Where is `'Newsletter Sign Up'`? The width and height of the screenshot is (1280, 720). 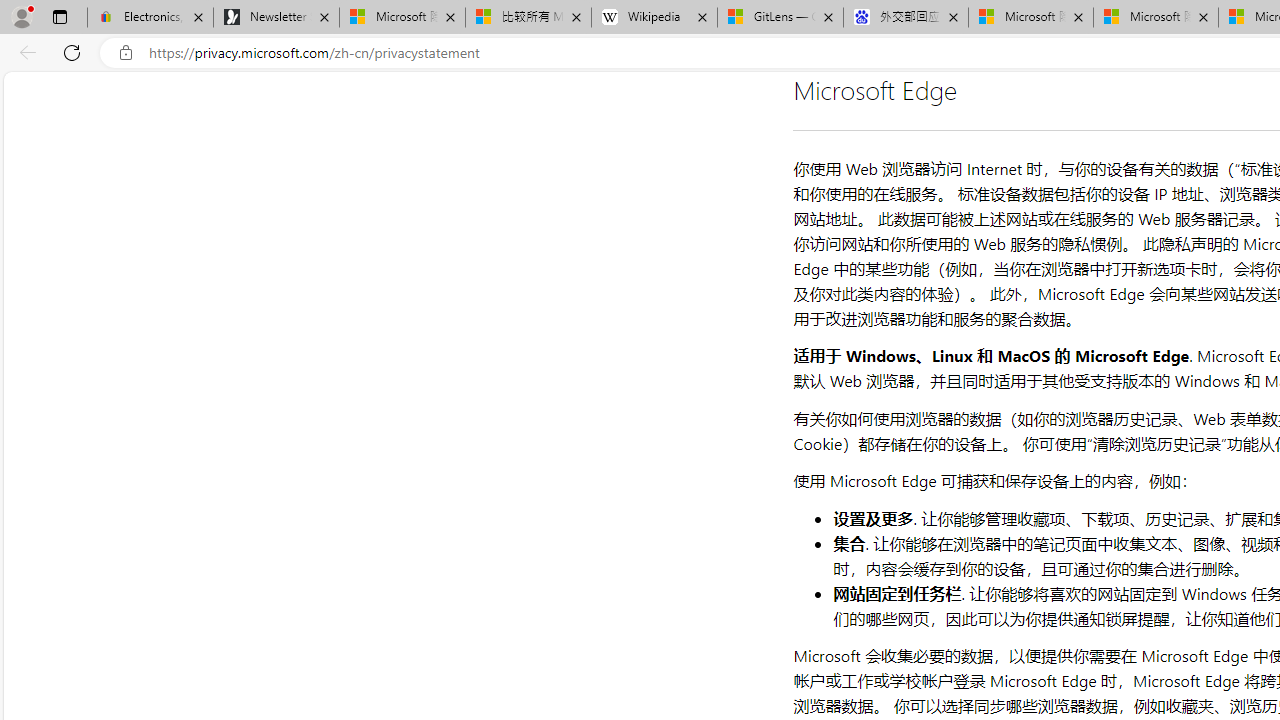 'Newsletter Sign Up' is located at coordinates (275, 17).